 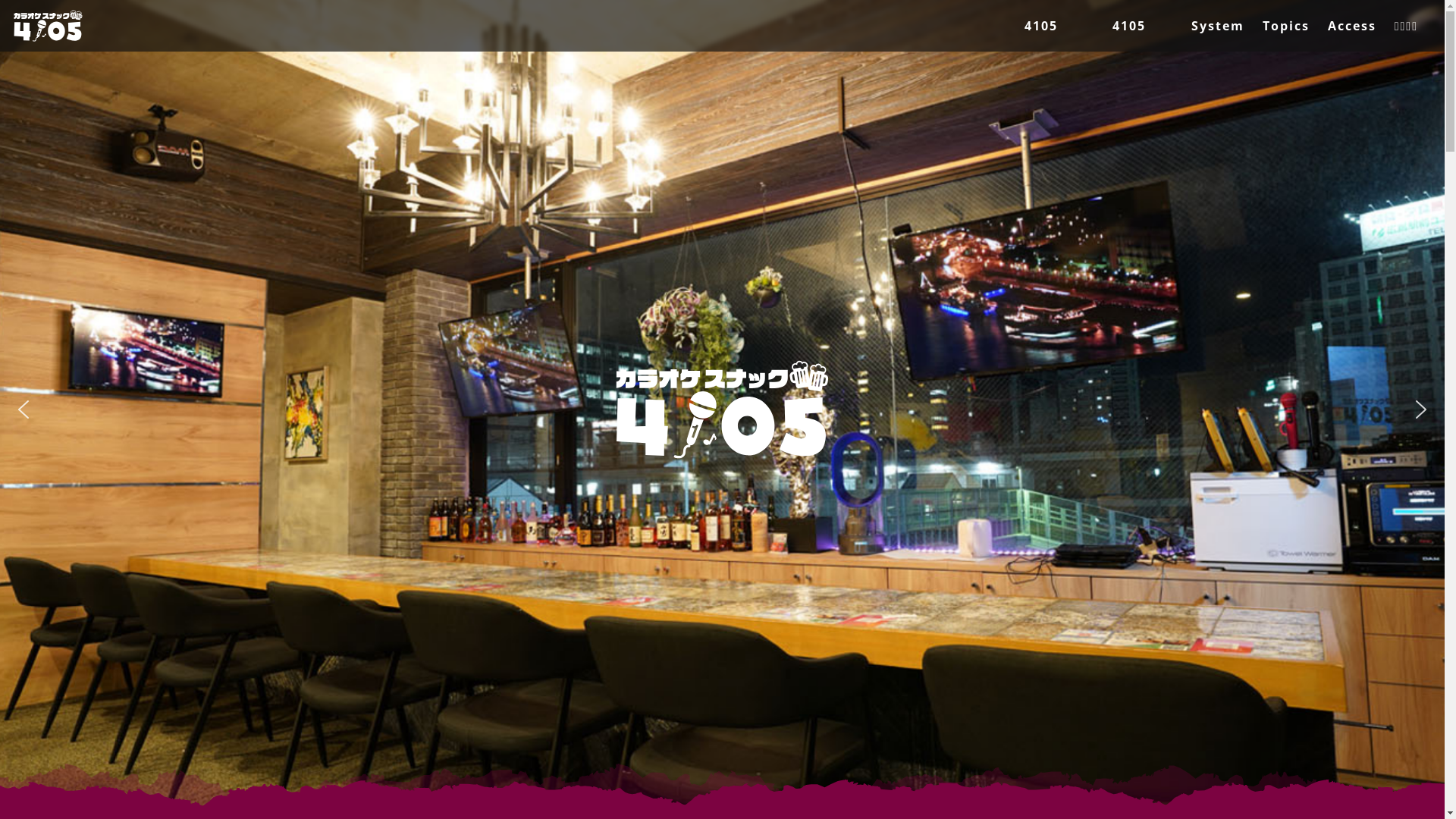 What do you see at coordinates (1218, 26) in the screenshot?
I see `'System'` at bounding box center [1218, 26].